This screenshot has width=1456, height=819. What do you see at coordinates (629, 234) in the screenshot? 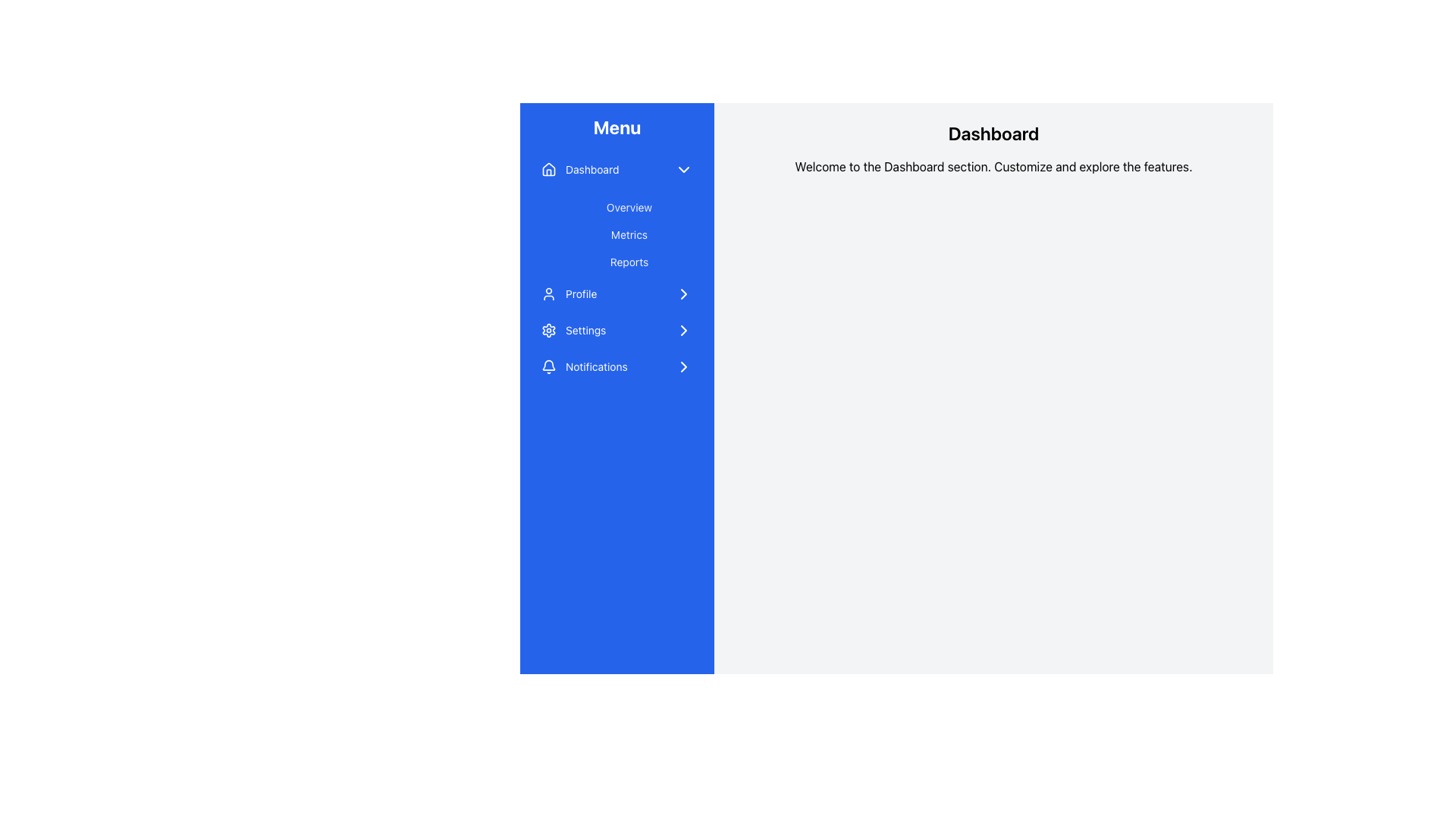
I see `the 'Metrics' text label in the navigation menu` at bounding box center [629, 234].